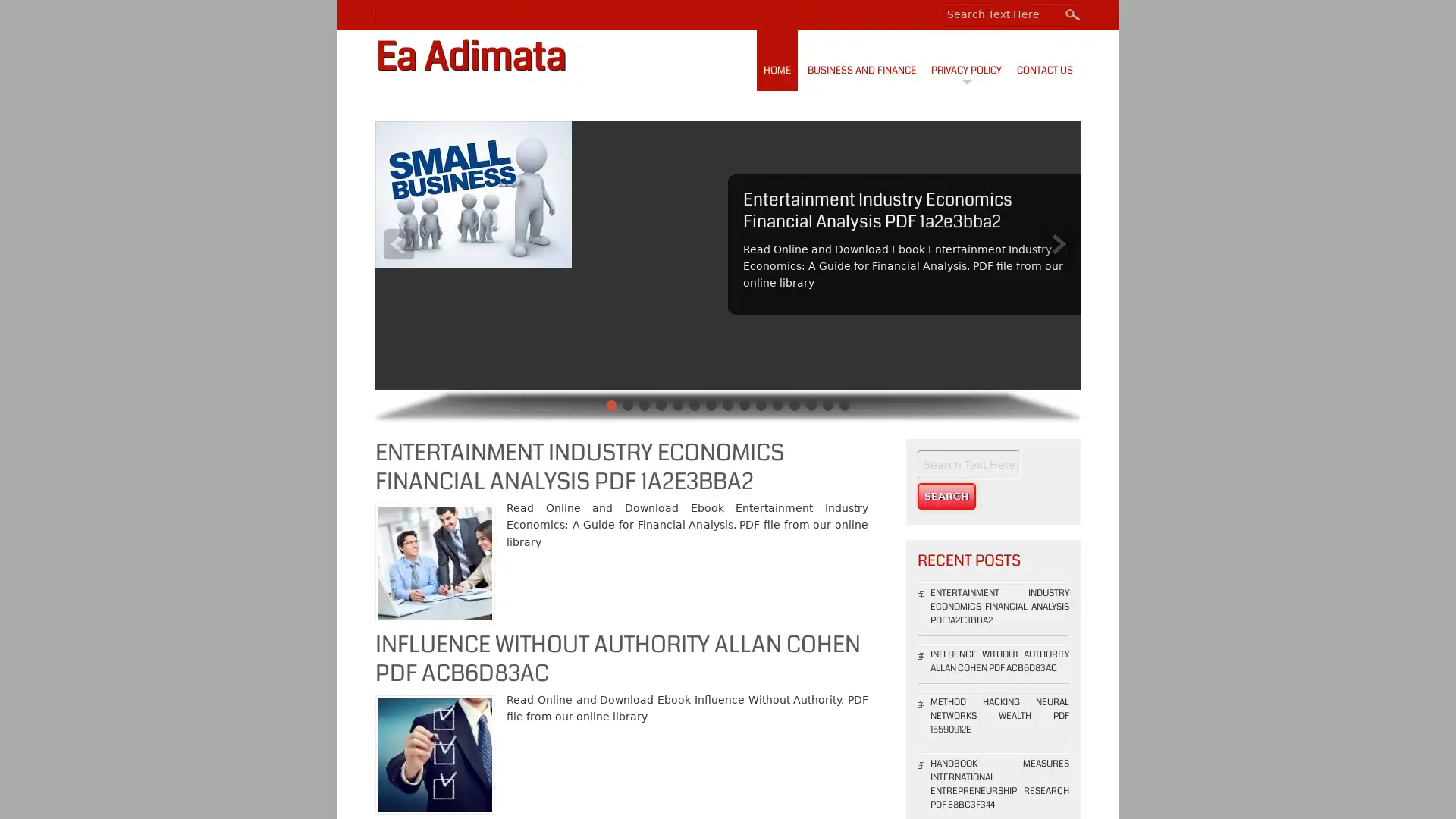  I want to click on Search, so click(946, 496).